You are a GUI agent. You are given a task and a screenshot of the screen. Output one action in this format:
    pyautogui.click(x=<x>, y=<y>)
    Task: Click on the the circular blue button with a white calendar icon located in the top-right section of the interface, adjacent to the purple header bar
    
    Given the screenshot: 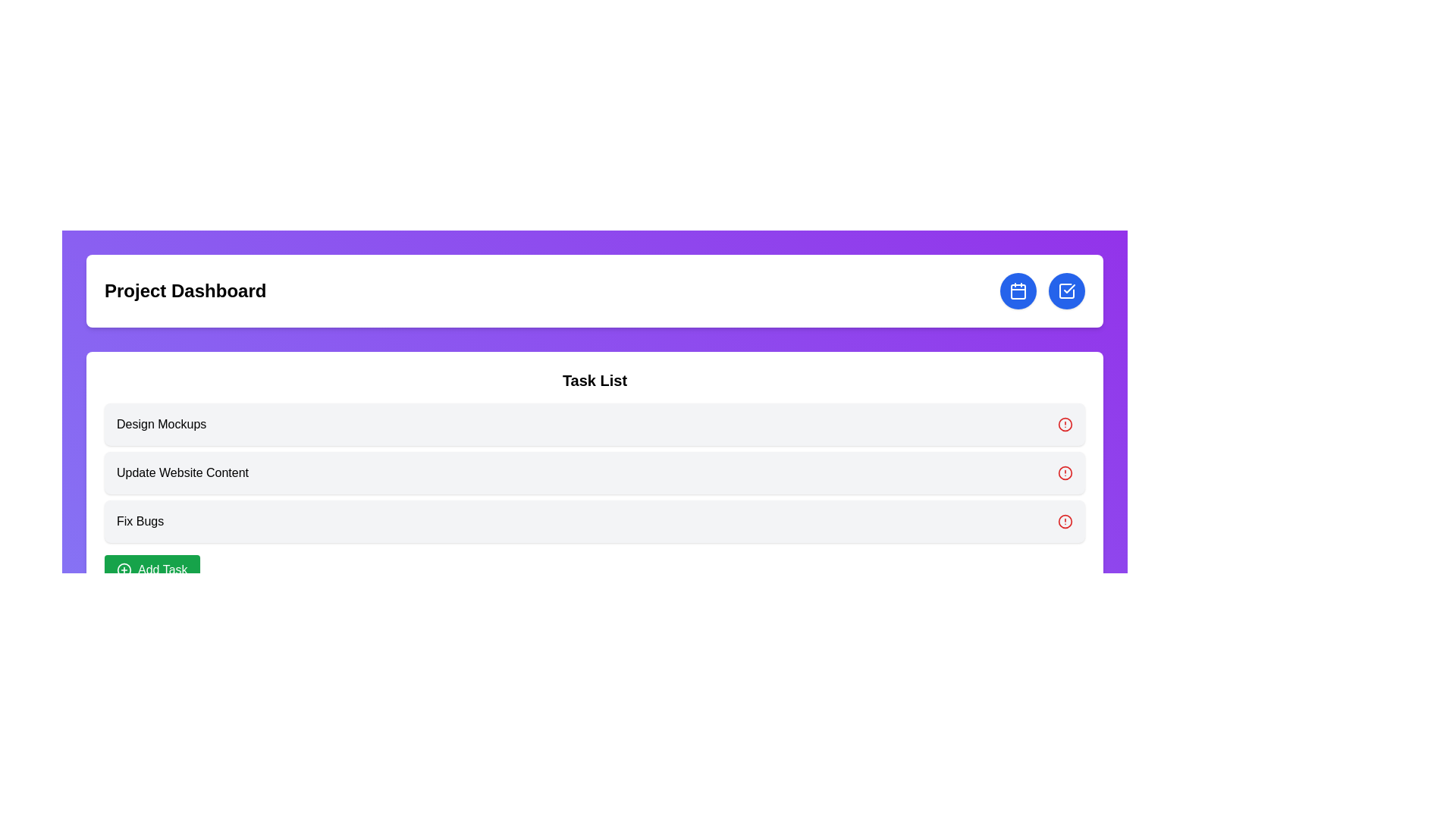 What is the action you would take?
    pyautogui.click(x=1018, y=291)
    